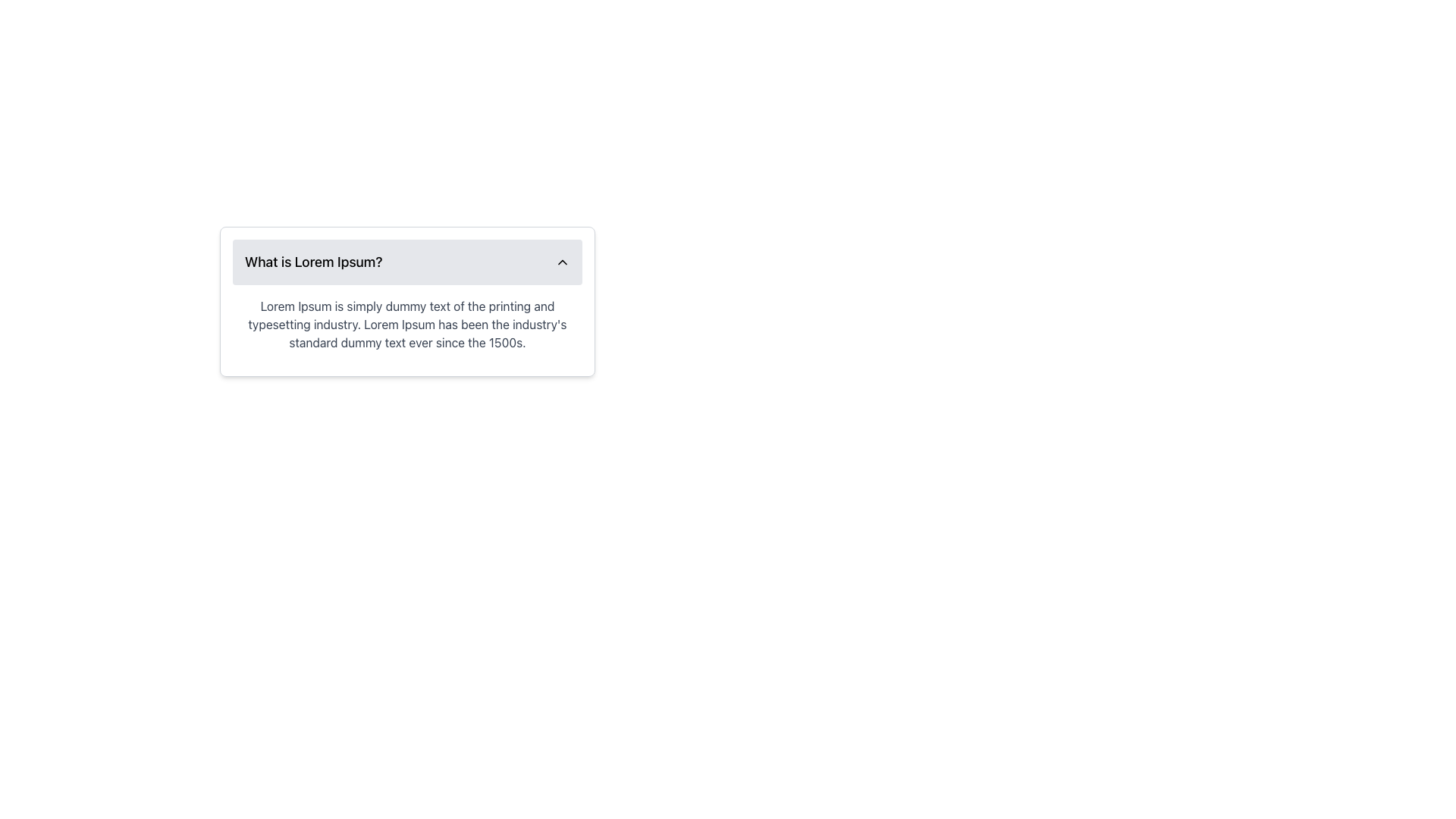 This screenshot has width=1456, height=819. I want to click on text displayed in the Text block located just below the heading 'What is Lorem Ipsum?', so click(407, 324).